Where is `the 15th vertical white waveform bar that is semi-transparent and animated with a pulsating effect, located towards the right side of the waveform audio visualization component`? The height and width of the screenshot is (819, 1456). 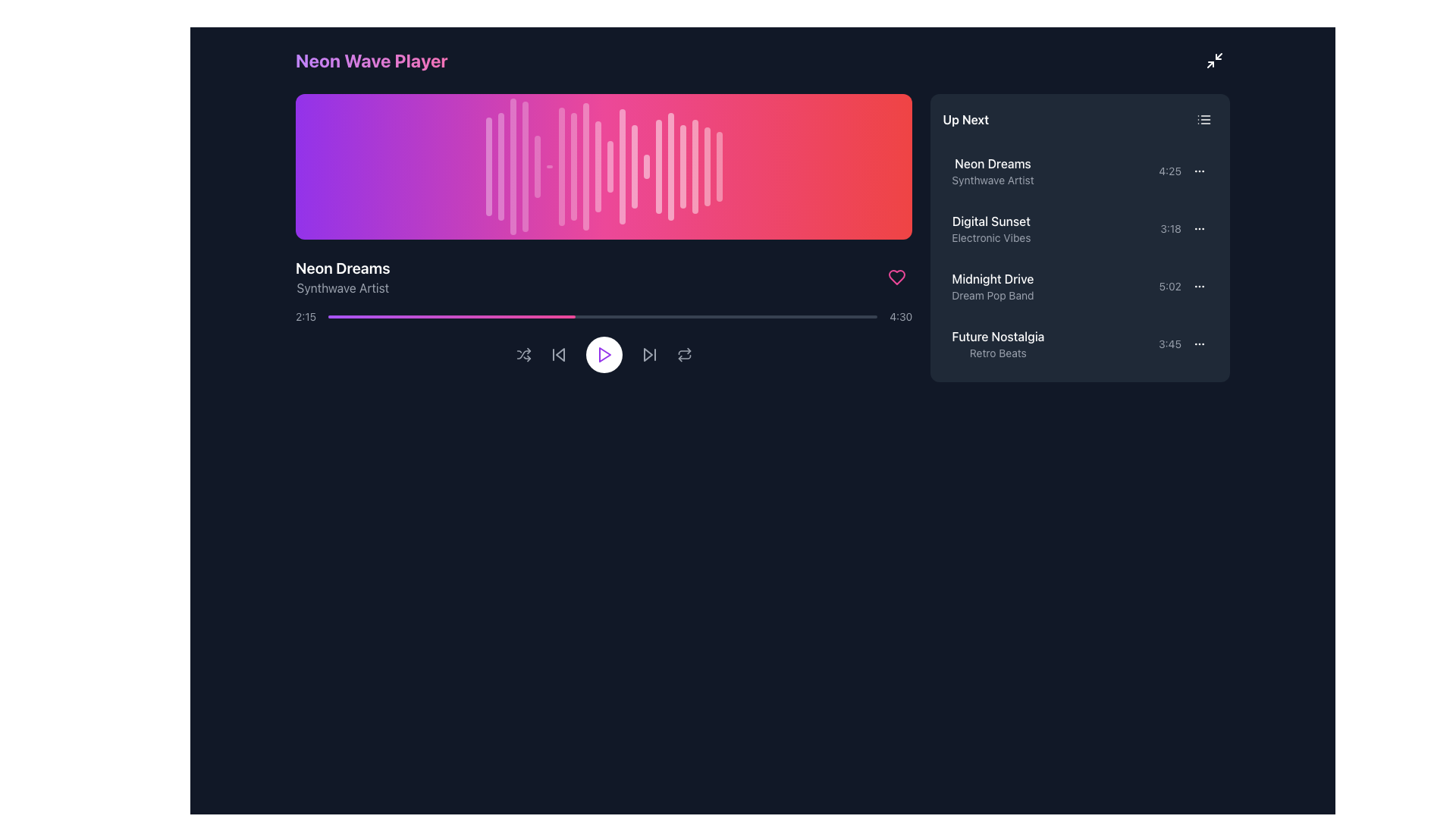
the 15th vertical white waveform bar that is semi-transparent and animated with a pulsating effect, located towards the right side of the waveform audio visualization component is located at coordinates (658, 166).